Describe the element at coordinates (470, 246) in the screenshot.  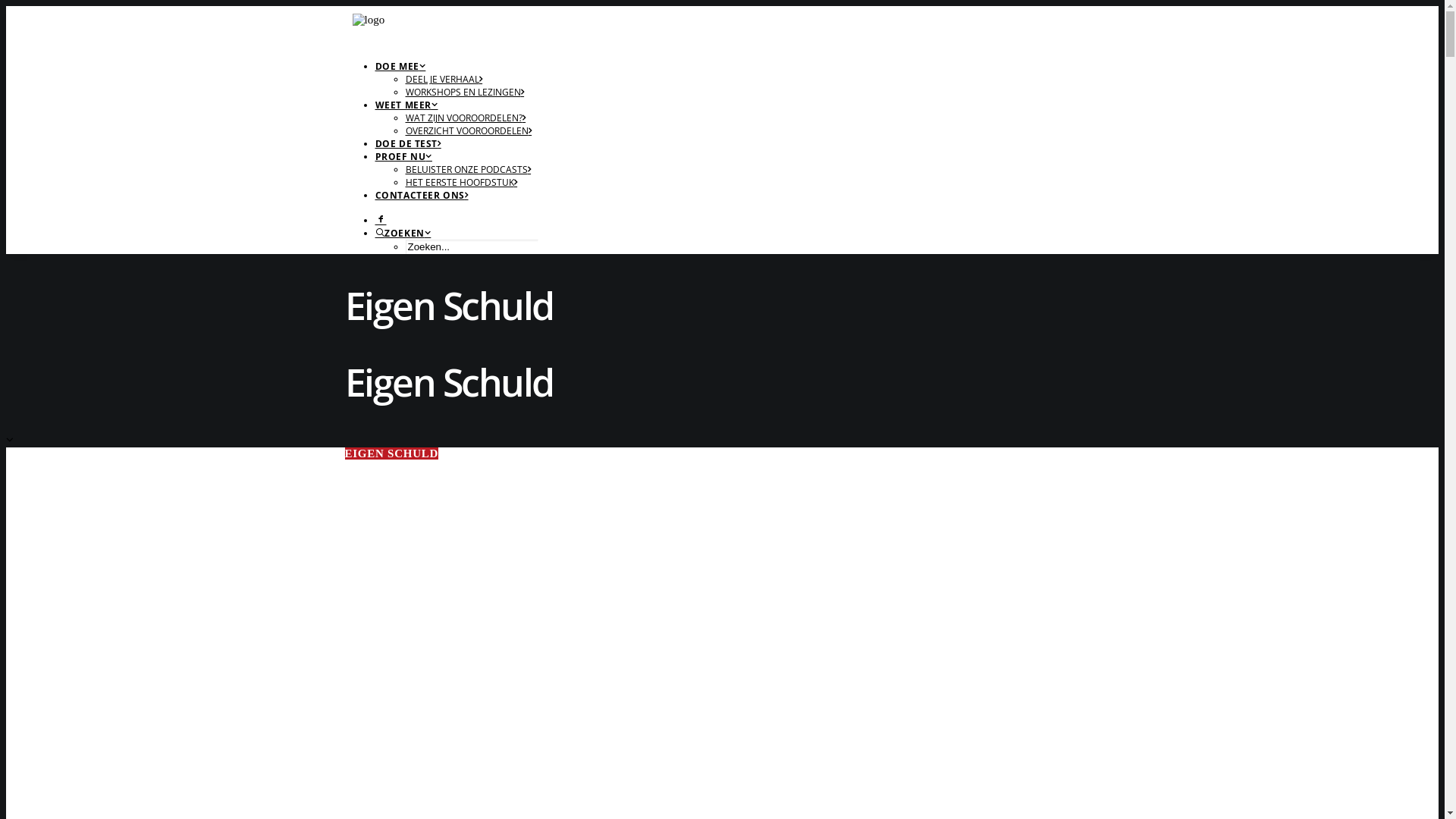
I see `'Zoeken...'` at that location.